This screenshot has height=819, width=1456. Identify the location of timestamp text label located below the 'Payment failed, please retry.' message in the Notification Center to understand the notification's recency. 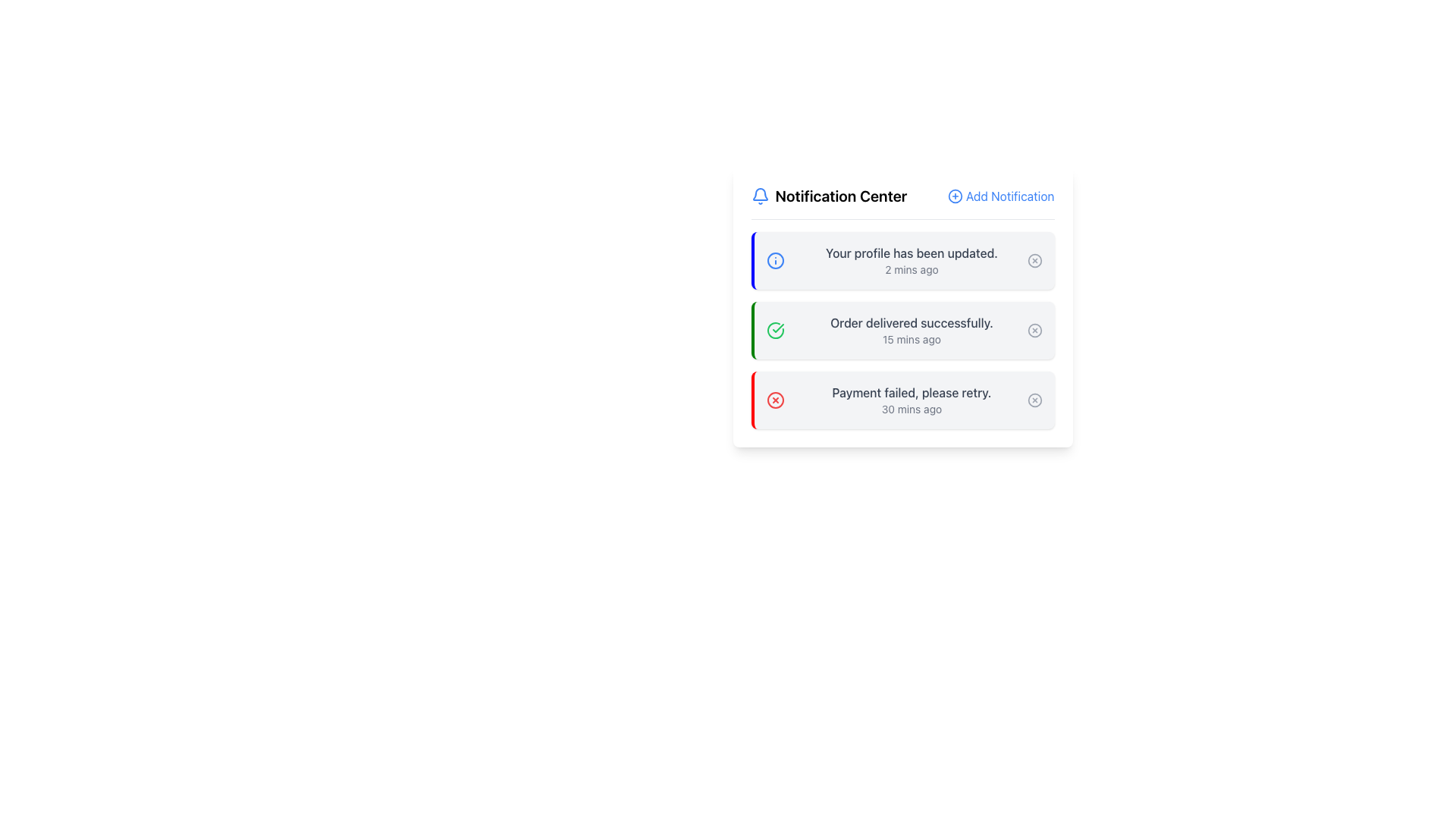
(911, 409).